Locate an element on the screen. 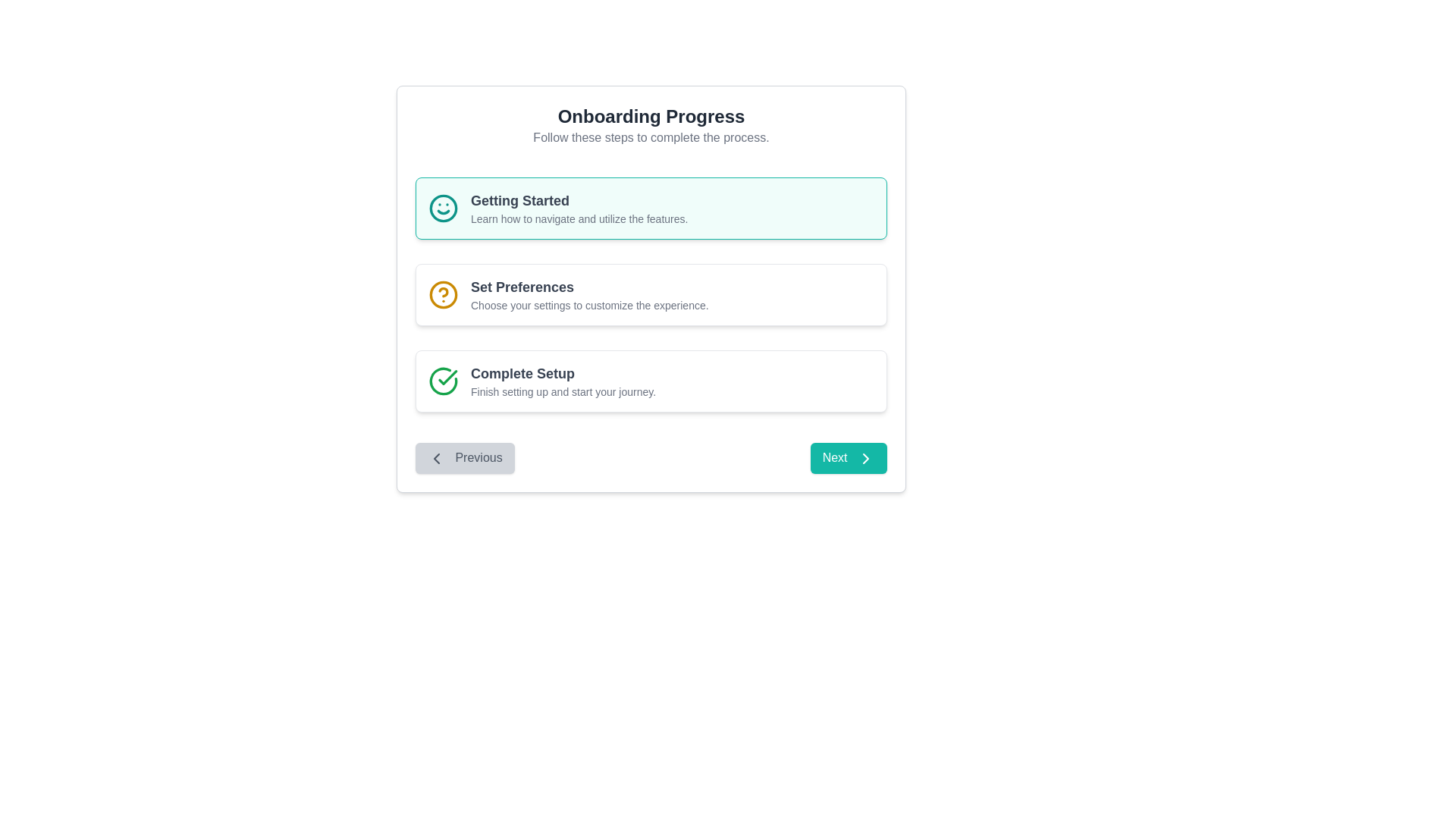 The height and width of the screenshot is (819, 1456). title and description text block labeled 'Getting Started' which provides guidance for navigation and feature utilization is located at coordinates (579, 208).